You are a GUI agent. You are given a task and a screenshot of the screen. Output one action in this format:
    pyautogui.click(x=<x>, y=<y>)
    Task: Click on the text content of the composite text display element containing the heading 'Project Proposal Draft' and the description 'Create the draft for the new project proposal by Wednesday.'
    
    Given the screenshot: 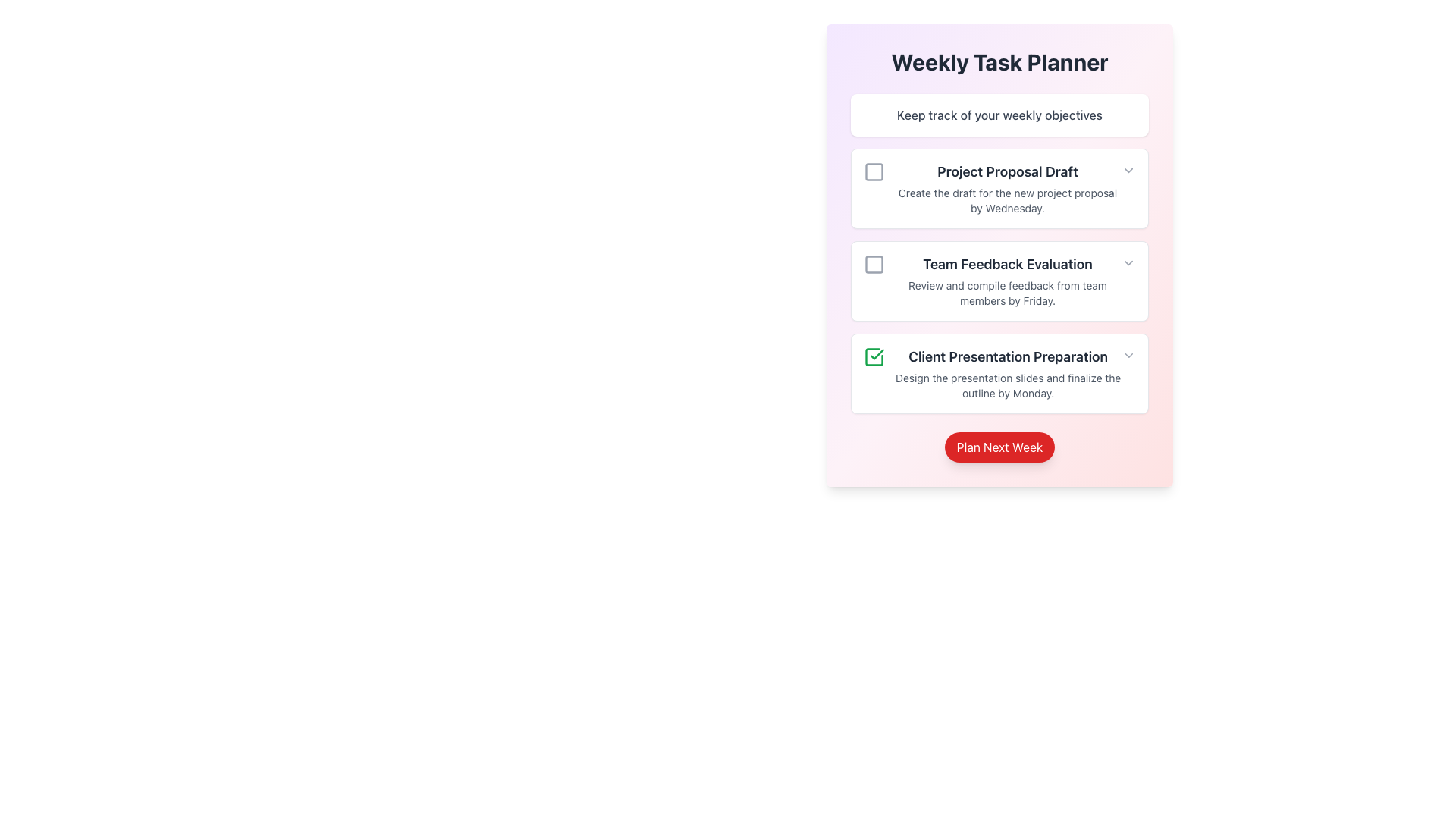 What is the action you would take?
    pyautogui.click(x=993, y=188)
    